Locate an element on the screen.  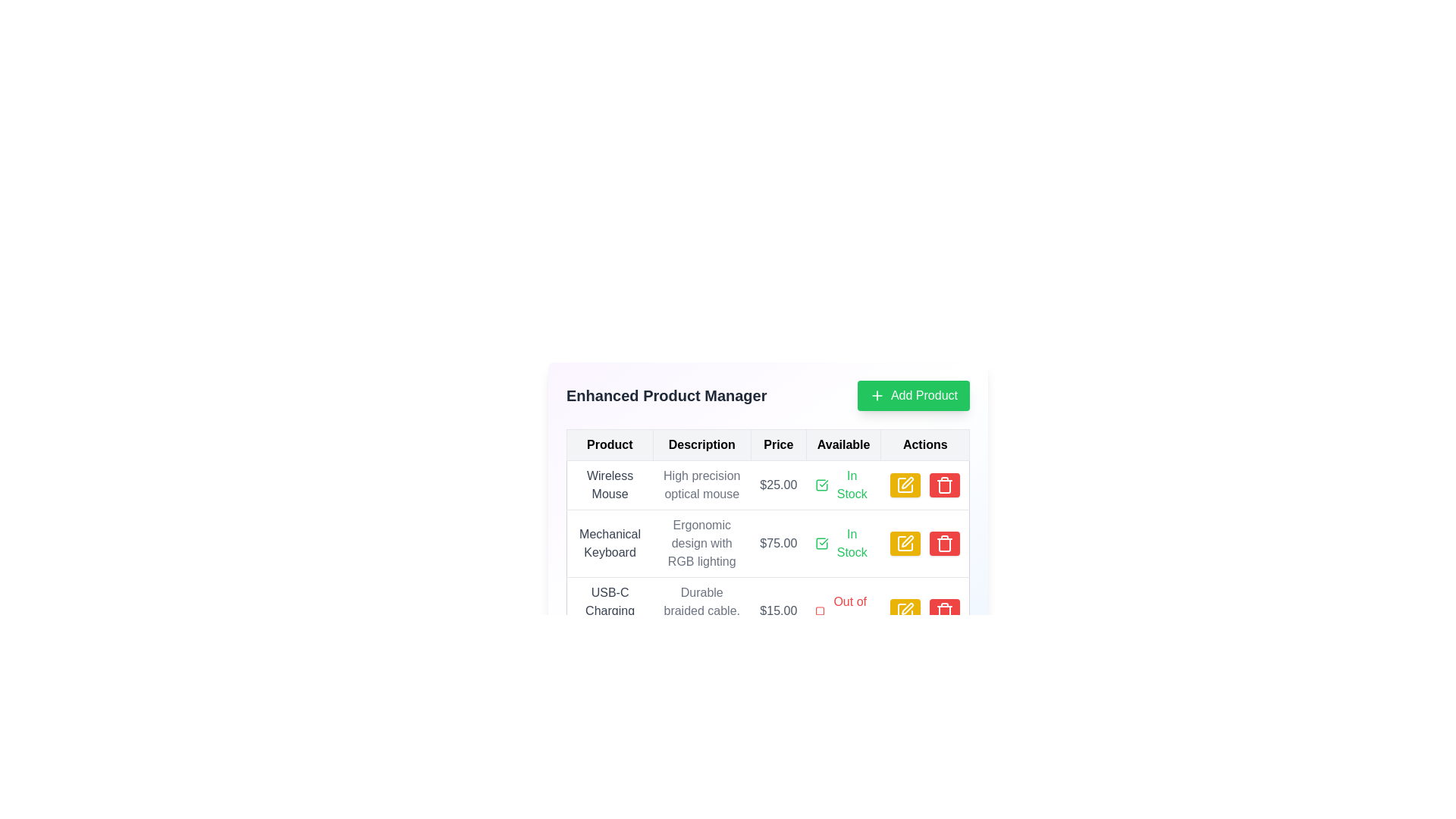
information from the red text label indicating that the product 'USB-C Charging' is not currently available for purchase, located in the 'Available' column of the table is located at coordinates (843, 610).